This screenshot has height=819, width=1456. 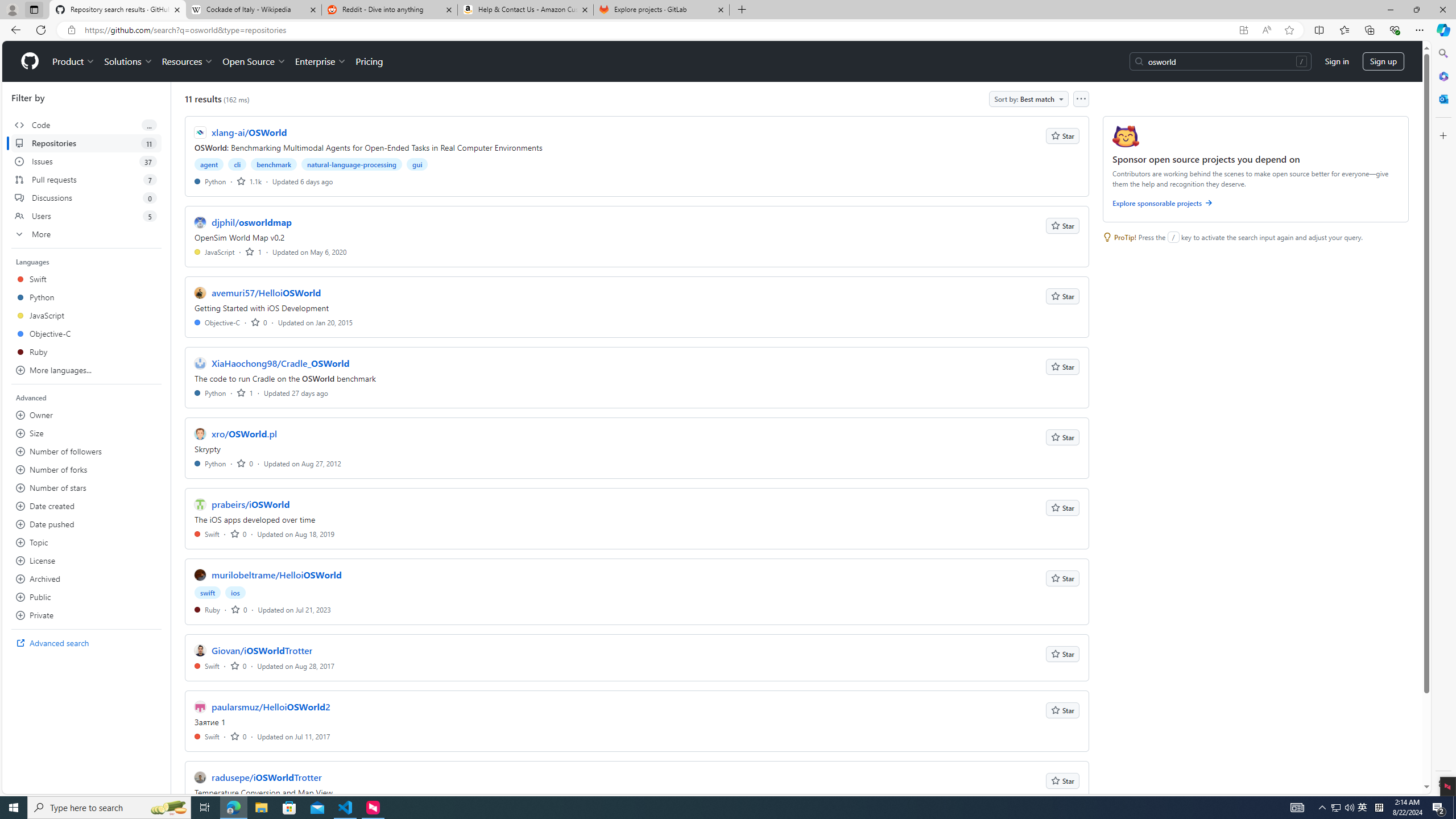 I want to click on 'JavaScript', so click(x=214, y=251).